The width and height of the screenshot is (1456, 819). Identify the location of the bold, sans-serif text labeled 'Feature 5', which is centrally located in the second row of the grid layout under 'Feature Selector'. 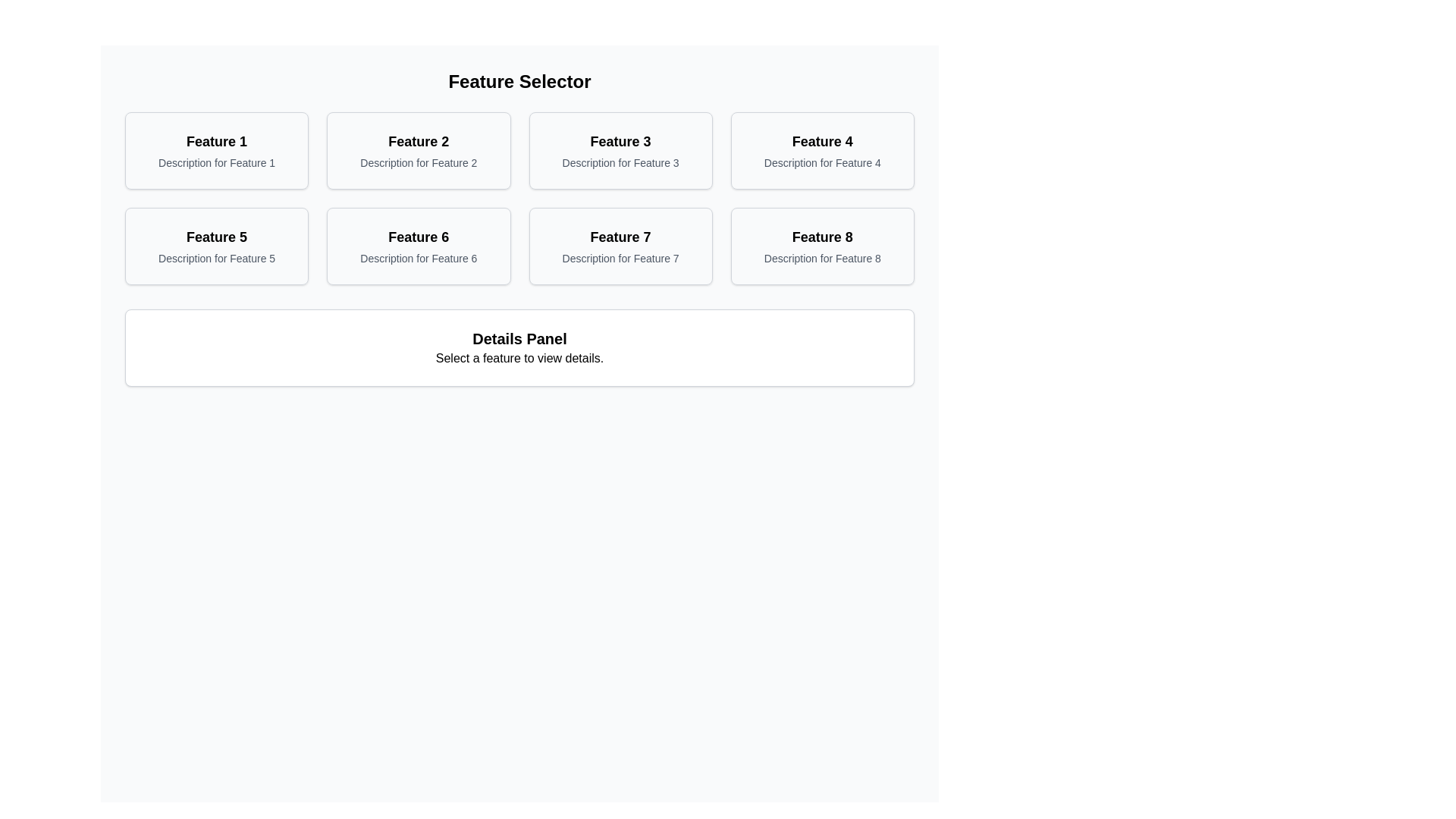
(216, 237).